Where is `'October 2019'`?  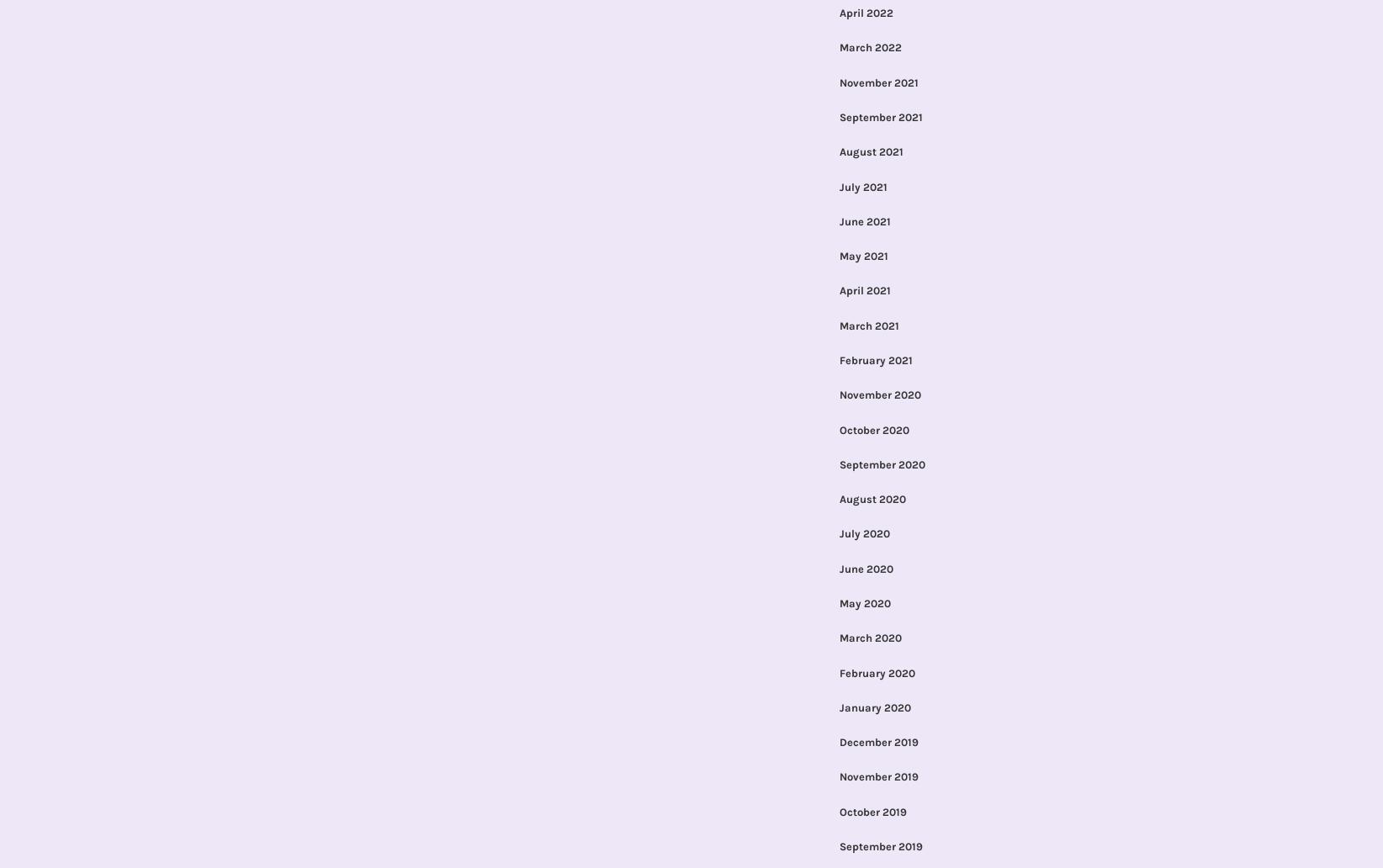
'October 2019' is located at coordinates (872, 810).